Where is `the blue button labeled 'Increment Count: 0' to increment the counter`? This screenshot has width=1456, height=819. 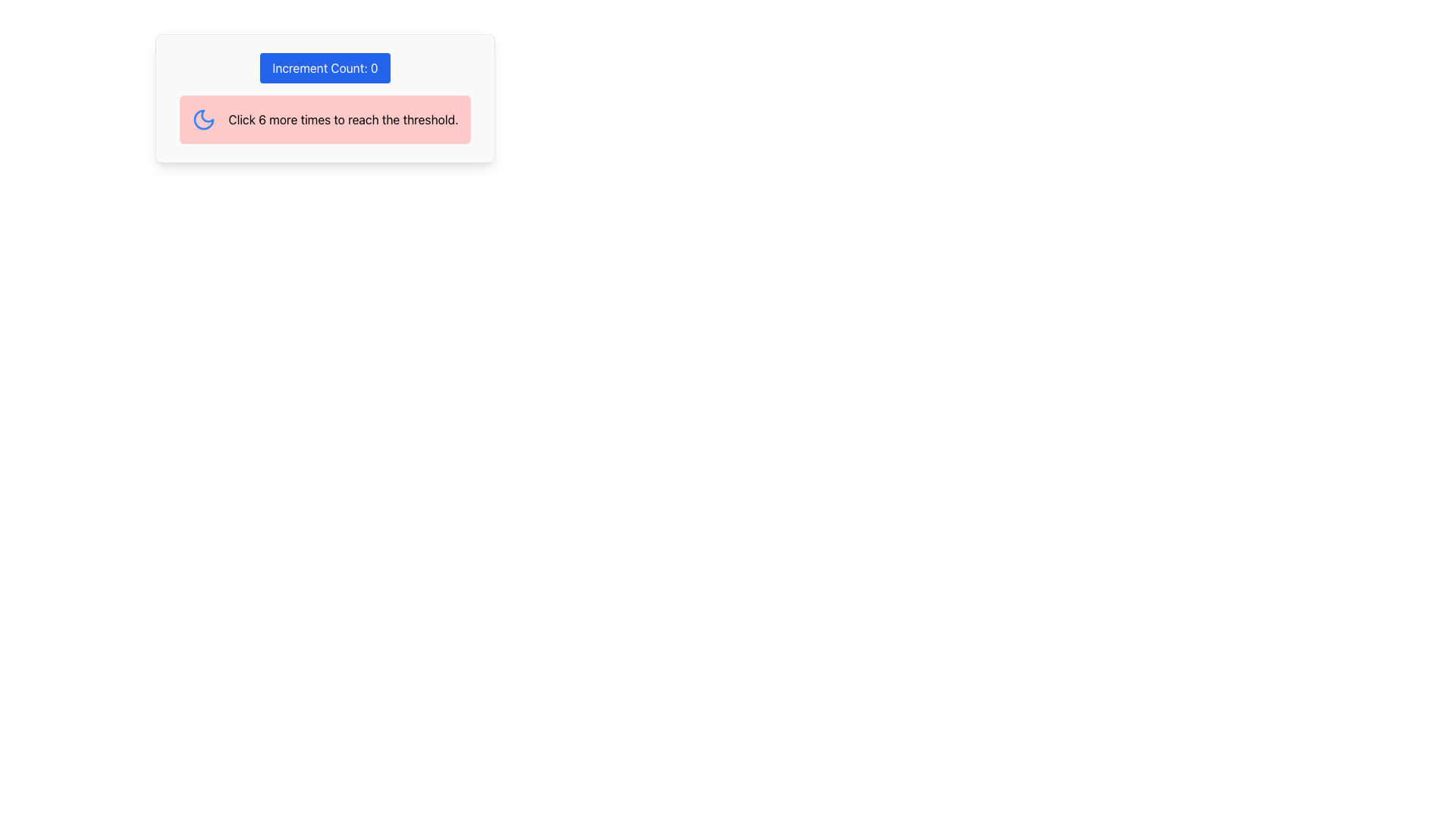
the blue button labeled 'Increment Count: 0' to increment the counter is located at coordinates (324, 67).